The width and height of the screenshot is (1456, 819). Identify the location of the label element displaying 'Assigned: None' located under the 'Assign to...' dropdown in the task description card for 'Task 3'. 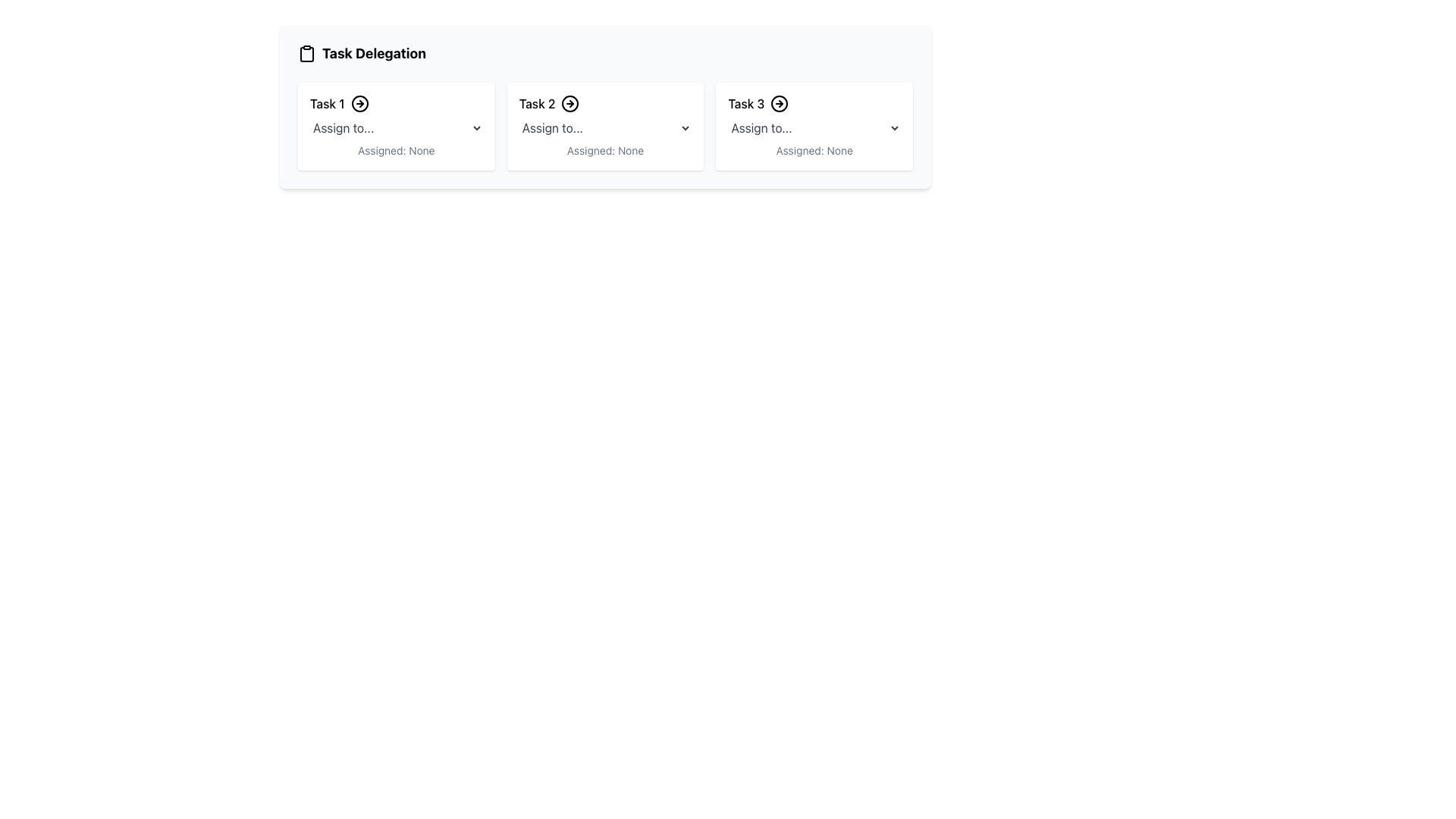
(814, 151).